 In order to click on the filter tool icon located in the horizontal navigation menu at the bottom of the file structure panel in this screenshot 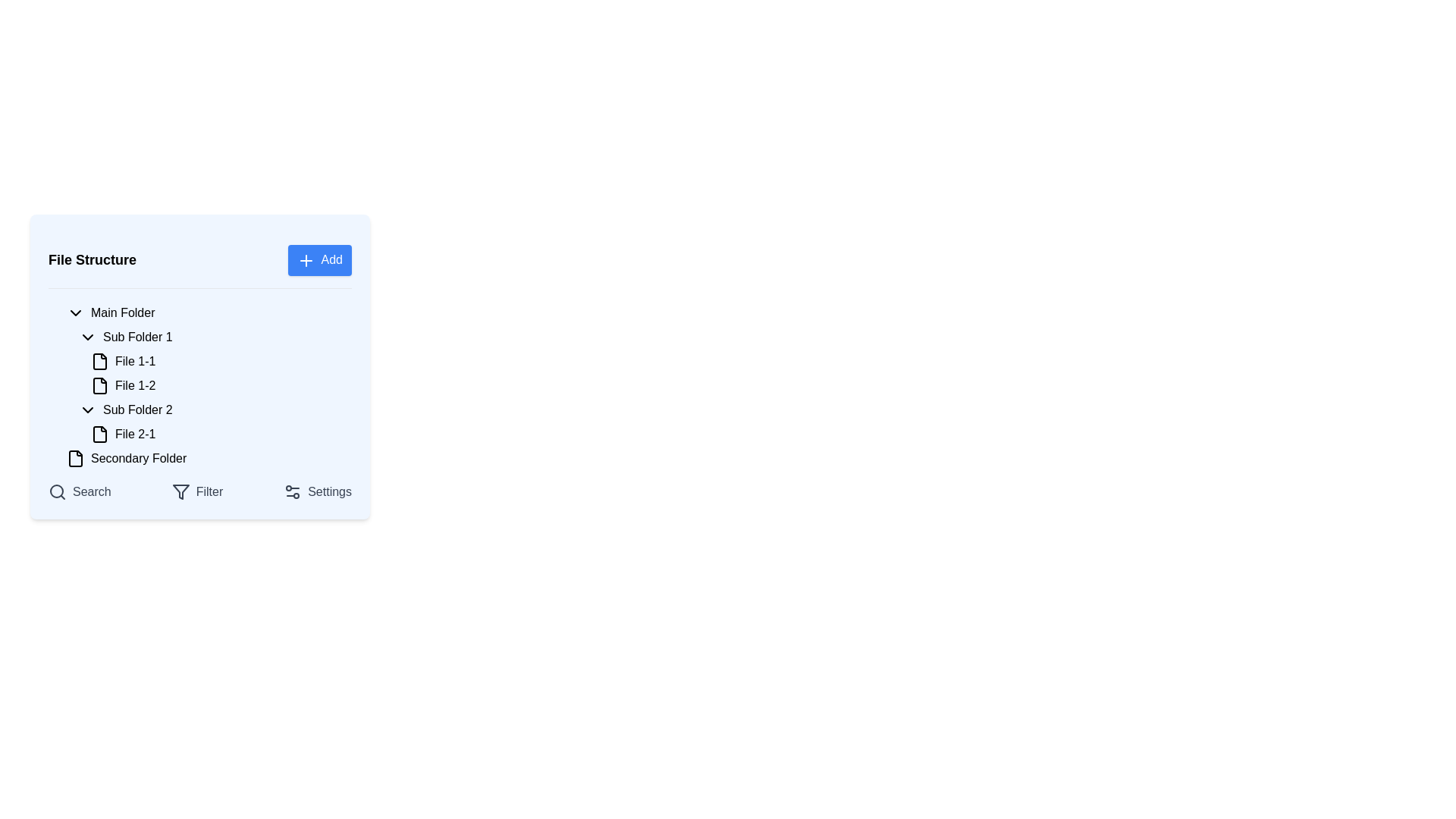, I will do `click(180, 491)`.